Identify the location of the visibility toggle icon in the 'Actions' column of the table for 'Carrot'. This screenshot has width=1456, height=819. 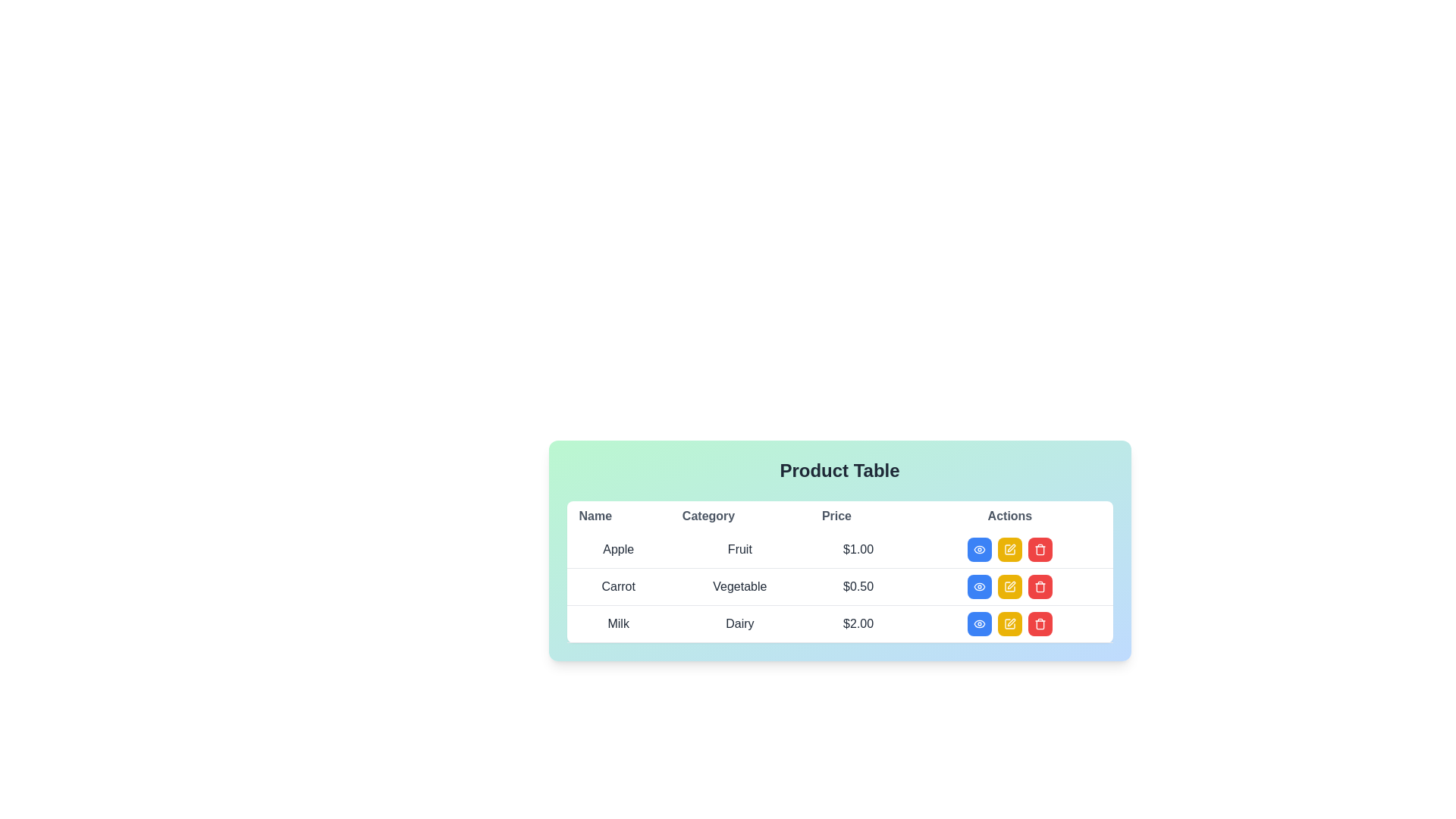
(979, 586).